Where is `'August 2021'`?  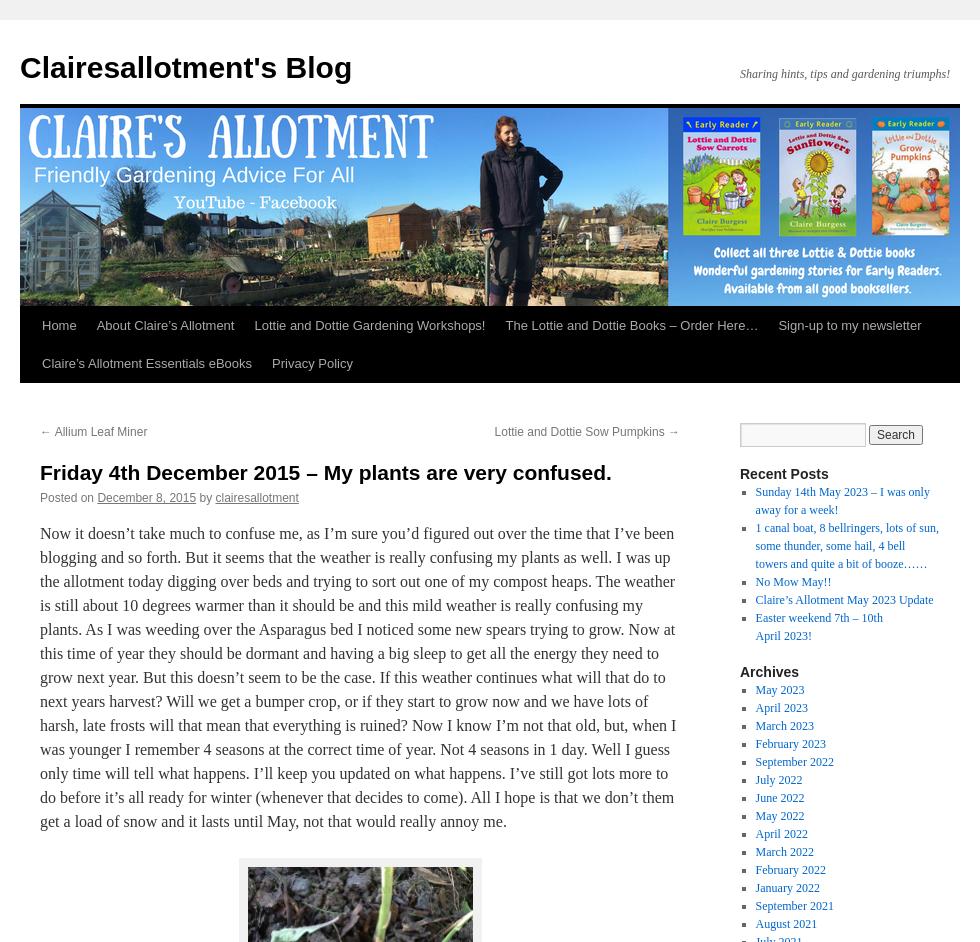 'August 2021' is located at coordinates (785, 923).